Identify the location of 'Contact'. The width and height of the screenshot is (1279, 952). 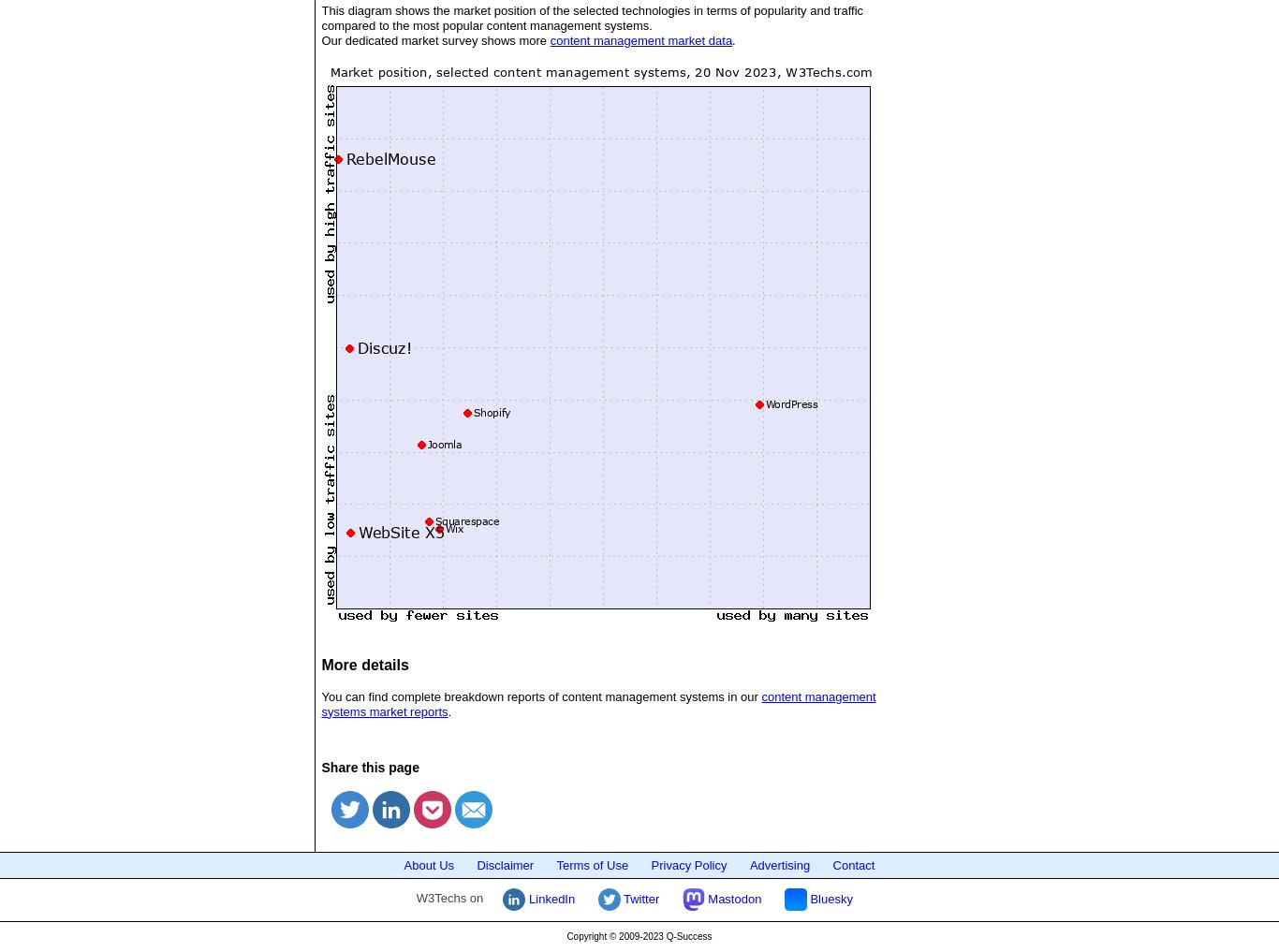
(831, 863).